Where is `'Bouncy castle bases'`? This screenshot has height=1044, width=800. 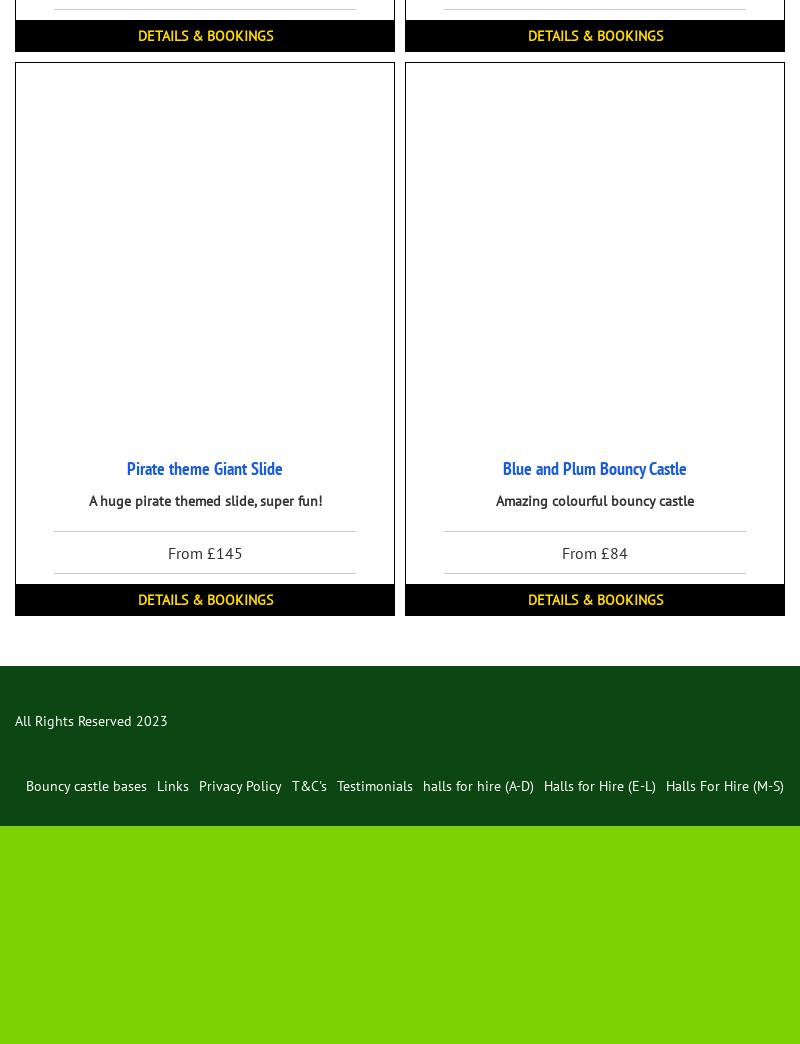 'Bouncy castle bases' is located at coordinates (26, 785).